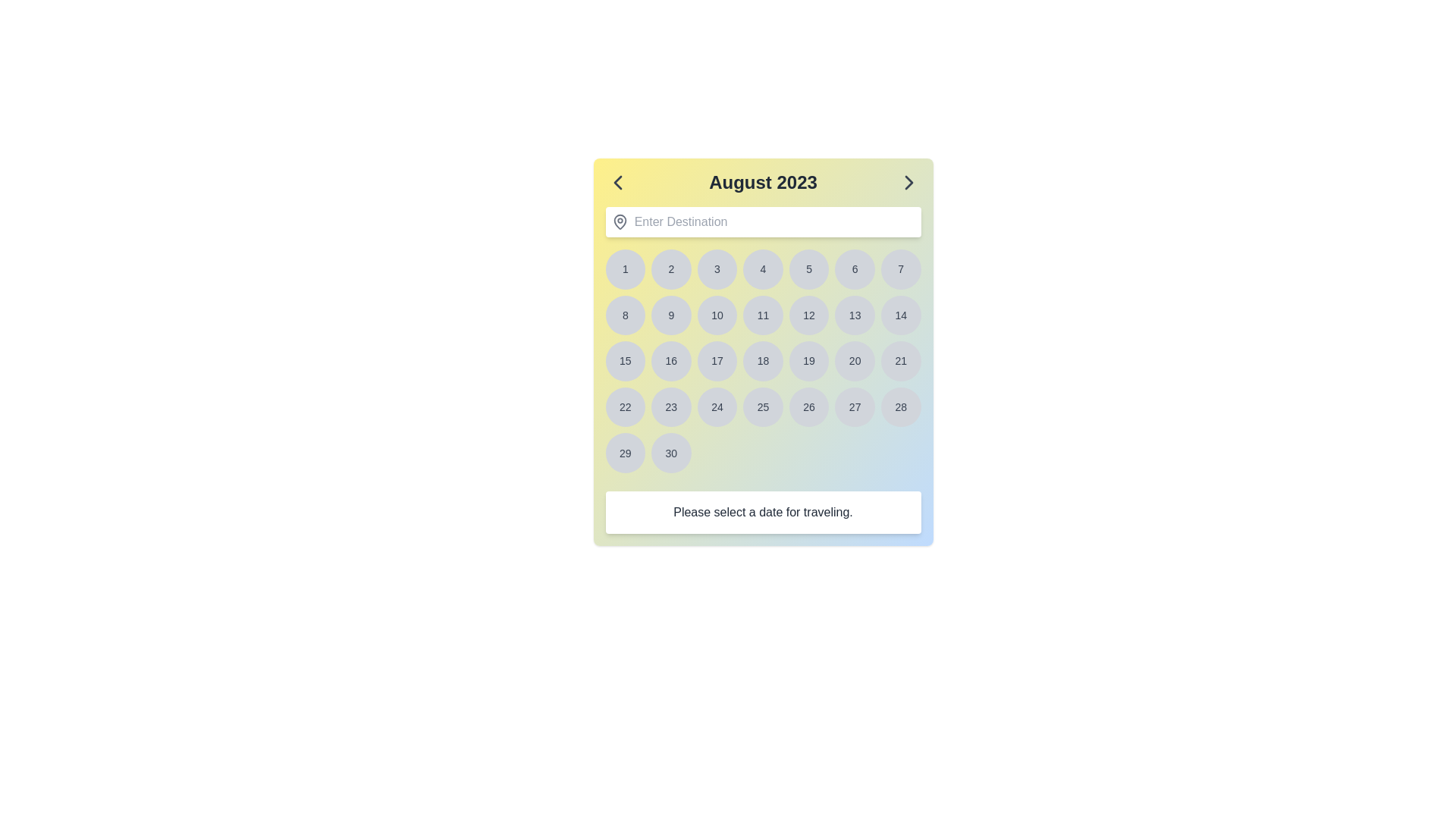 Image resolution: width=1456 pixels, height=819 pixels. What do you see at coordinates (670, 452) in the screenshot?
I see `the interactive calendar date button located in the bottom-right corner of the grid layout` at bounding box center [670, 452].